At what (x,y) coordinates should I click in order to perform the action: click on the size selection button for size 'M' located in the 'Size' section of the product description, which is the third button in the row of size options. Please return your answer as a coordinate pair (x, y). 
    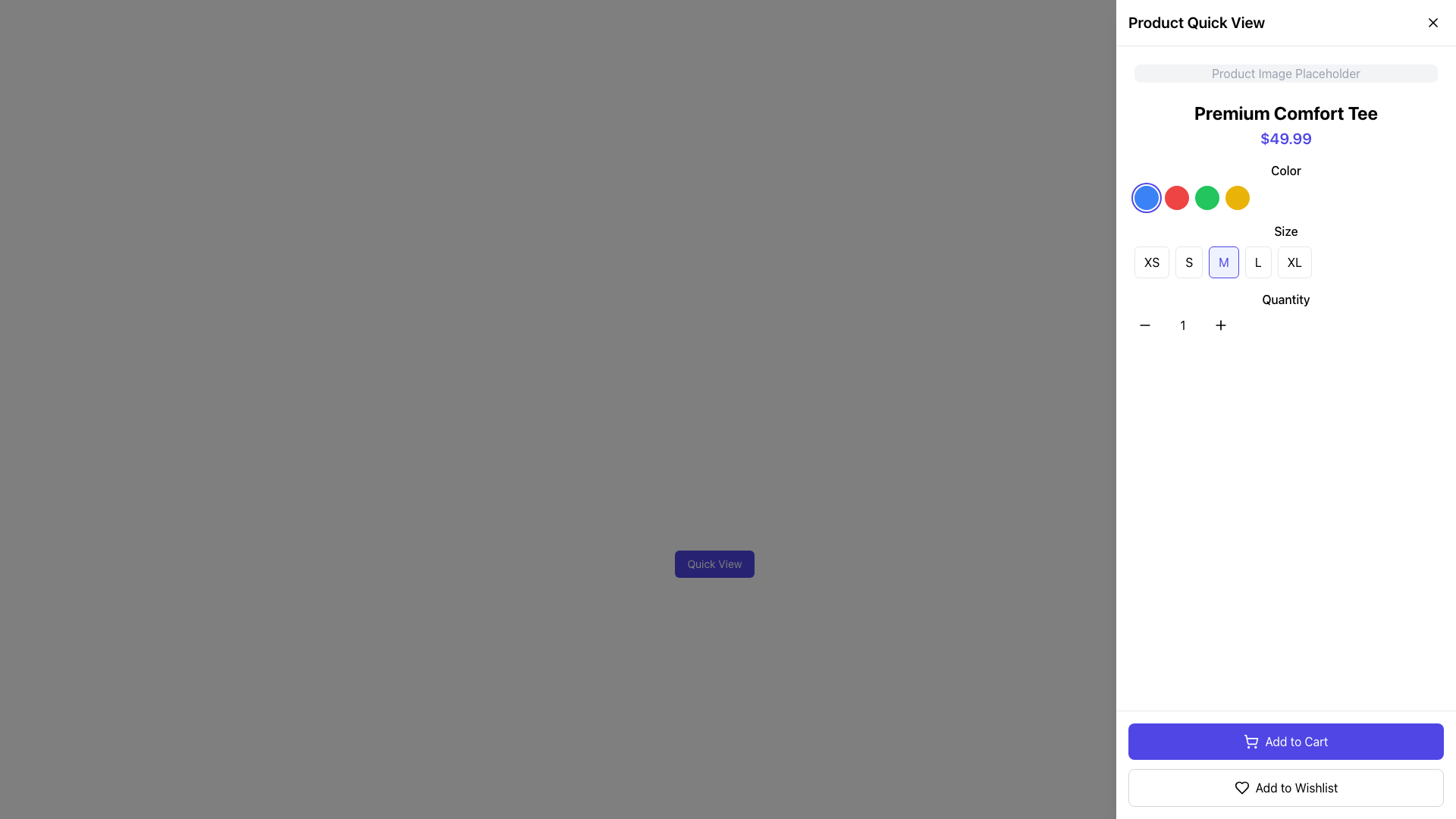
    Looking at the image, I should click on (1224, 262).